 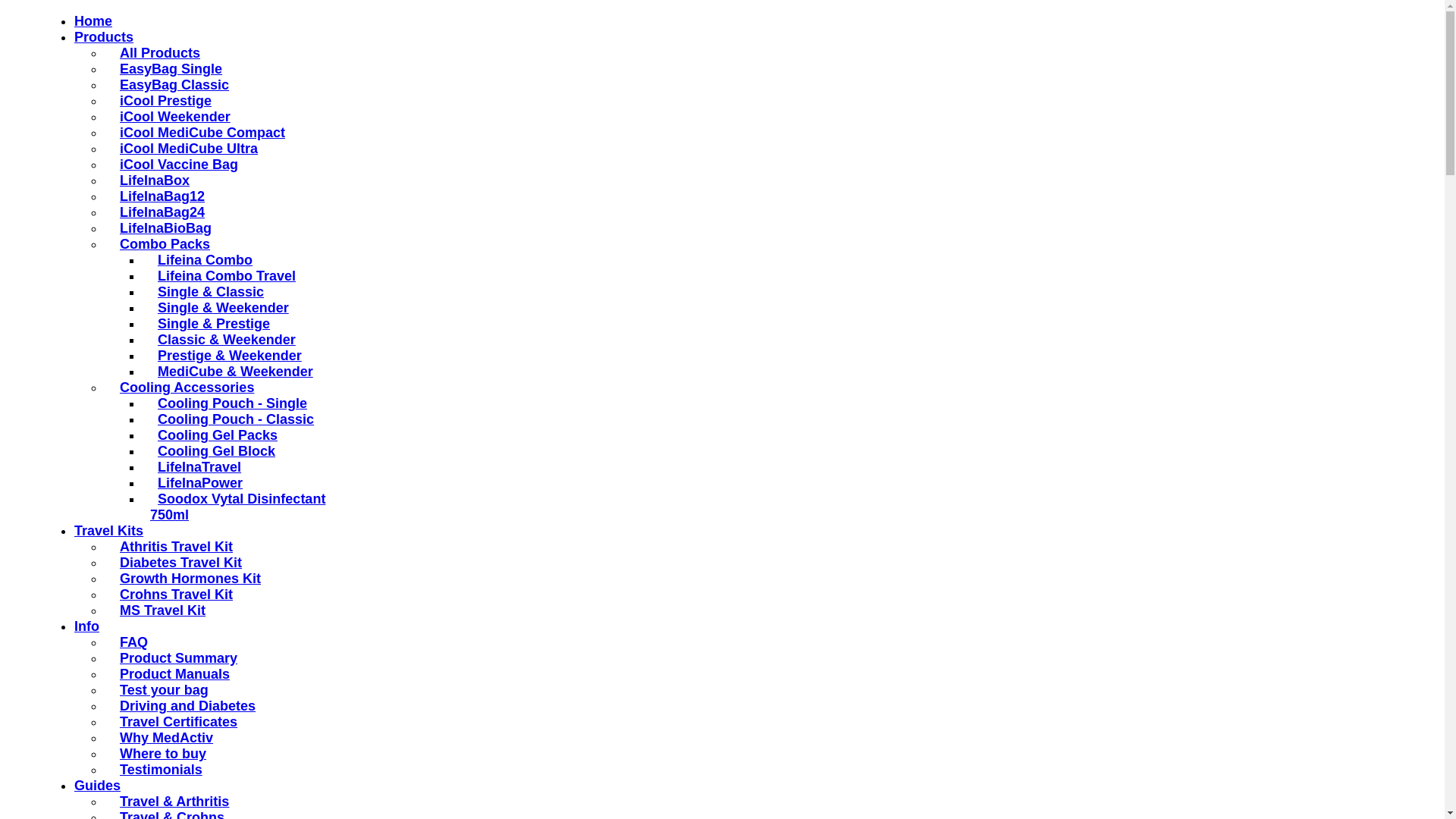 I want to click on 'LifeInaPower', so click(x=149, y=482).